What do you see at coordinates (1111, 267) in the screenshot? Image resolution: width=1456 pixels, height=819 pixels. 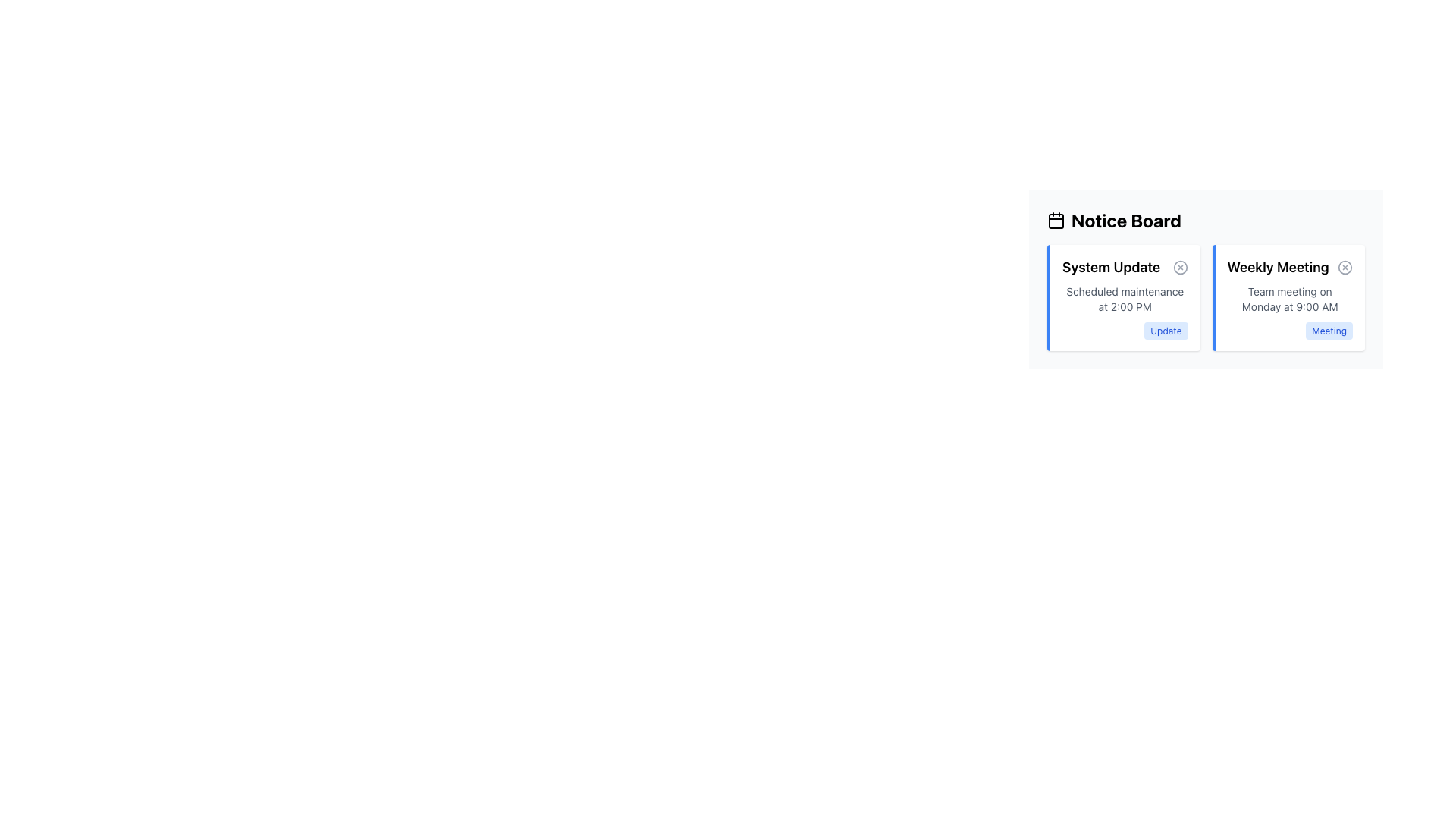 I see `text label that contains the words 'System Update', which is styled in bold and positioned at the top left corner of its card layout on the notice board` at bounding box center [1111, 267].